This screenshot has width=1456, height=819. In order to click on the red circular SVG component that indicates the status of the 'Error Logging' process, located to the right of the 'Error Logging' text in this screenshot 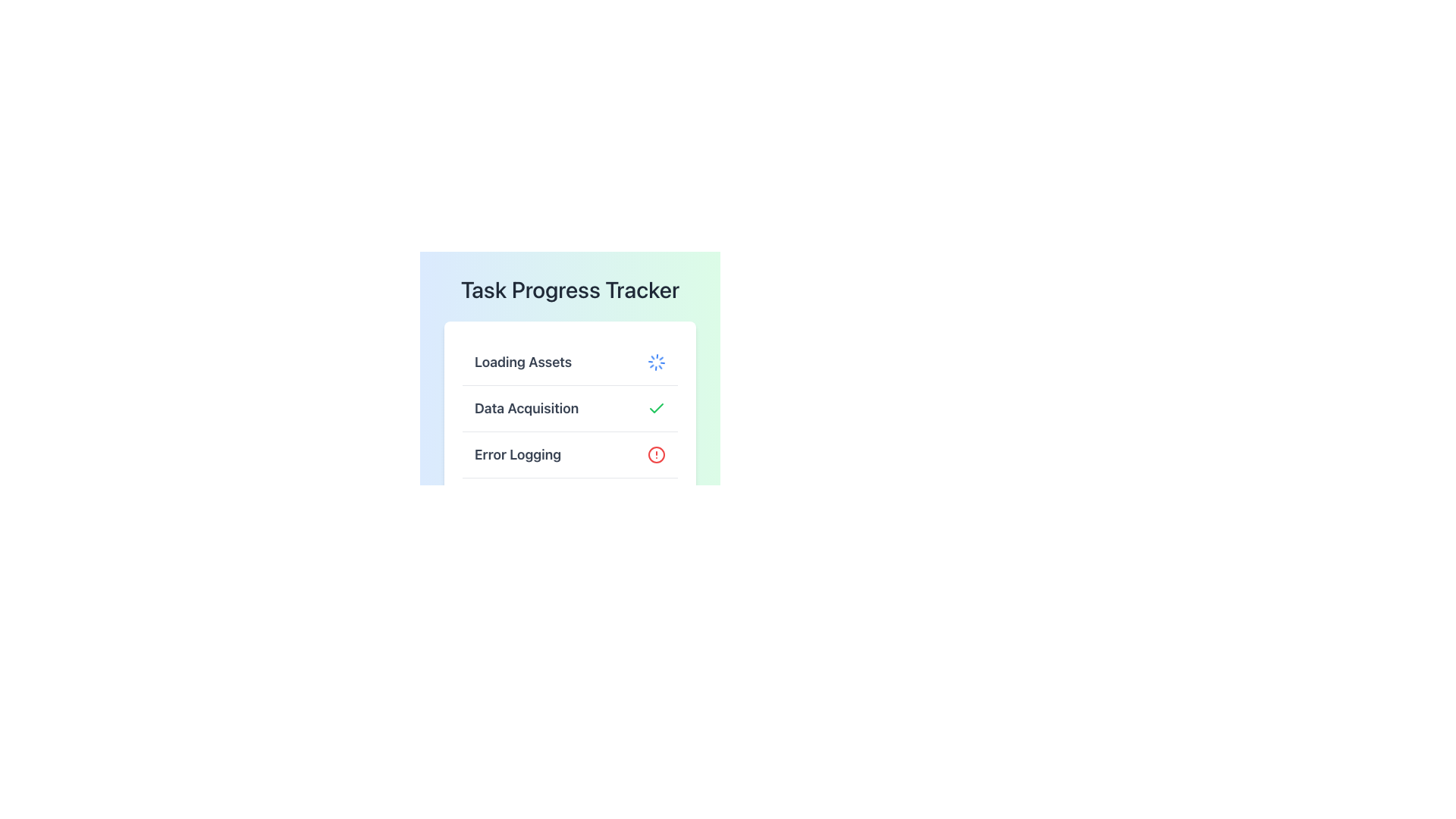, I will do `click(656, 454)`.